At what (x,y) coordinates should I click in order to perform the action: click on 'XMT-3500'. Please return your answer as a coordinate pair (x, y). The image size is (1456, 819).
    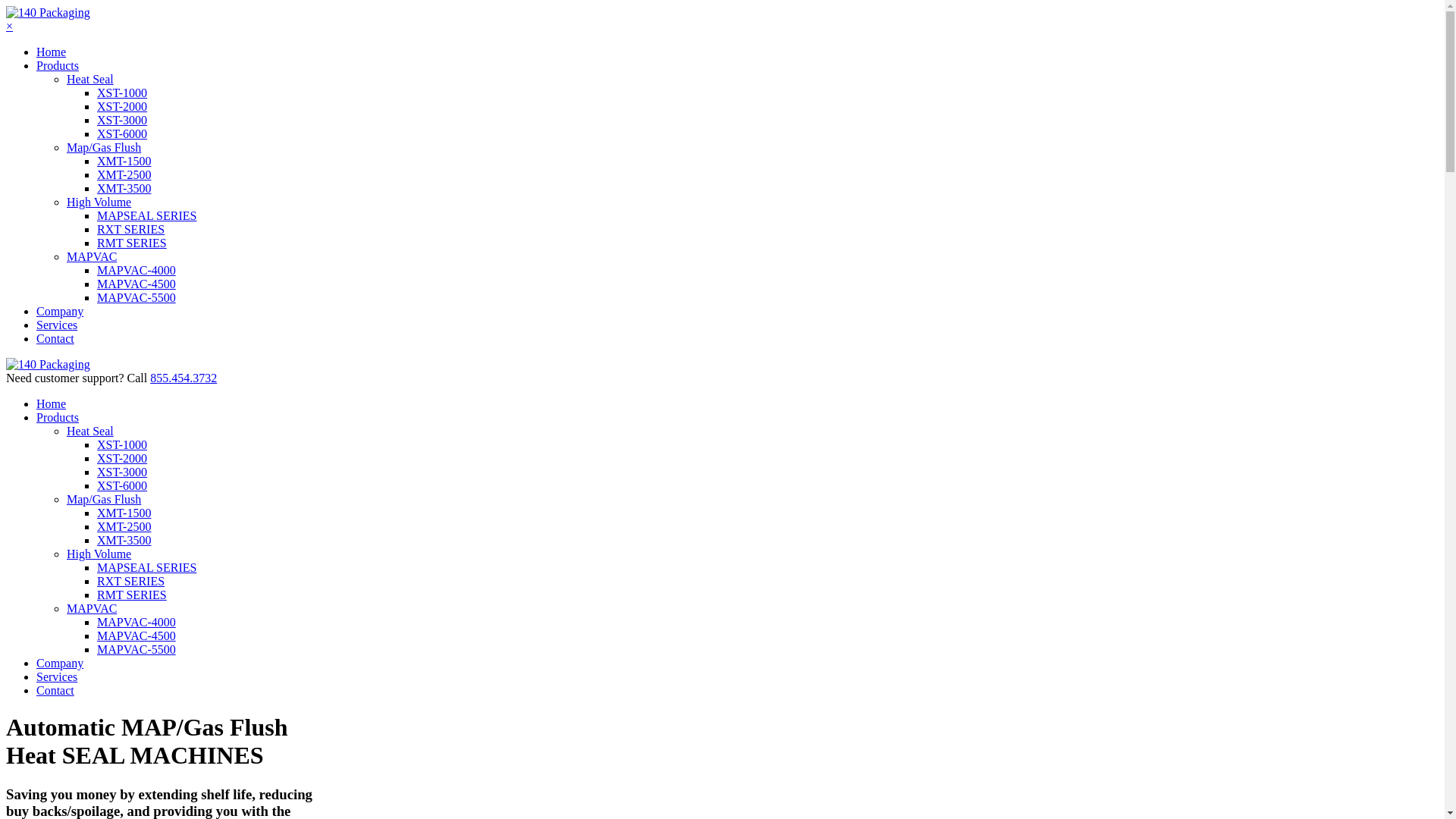
    Looking at the image, I should click on (124, 187).